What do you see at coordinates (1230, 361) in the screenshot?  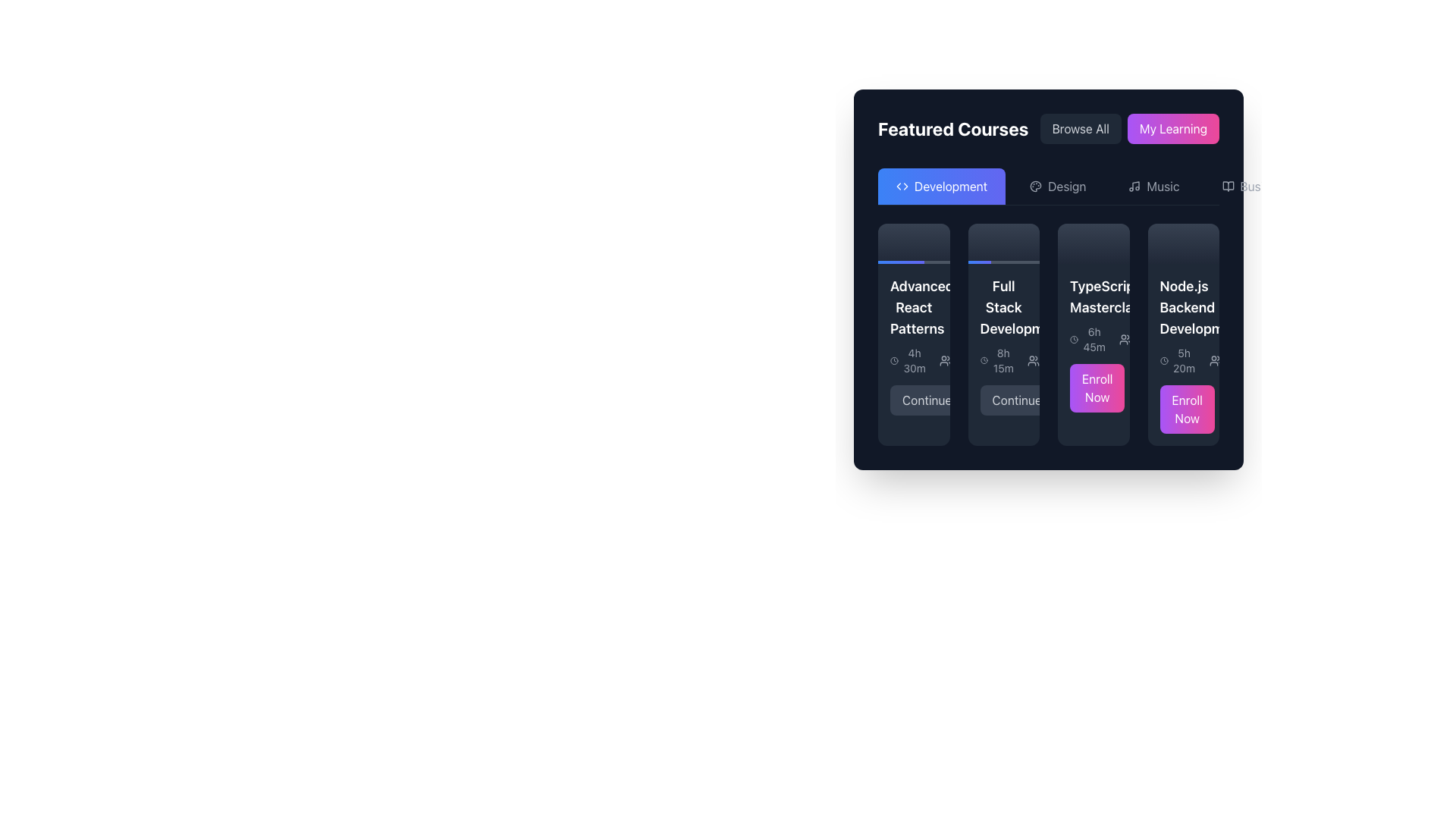 I see `the Statistic display element that shows the number of users or participants in the bottom-right area of the Node.js Backend Development card` at bounding box center [1230, 361].